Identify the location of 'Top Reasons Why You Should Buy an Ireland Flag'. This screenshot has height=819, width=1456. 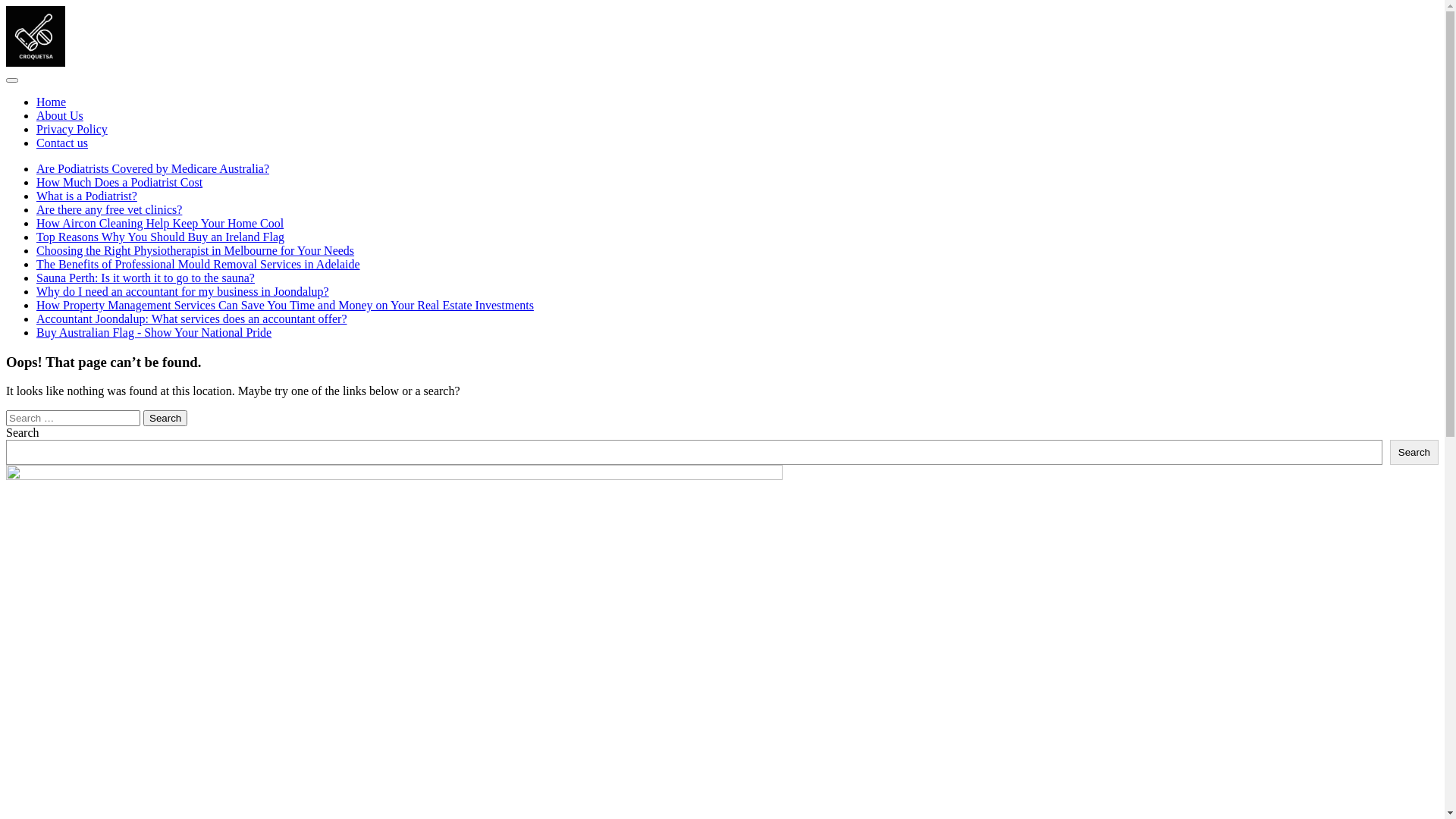
(160, 237).